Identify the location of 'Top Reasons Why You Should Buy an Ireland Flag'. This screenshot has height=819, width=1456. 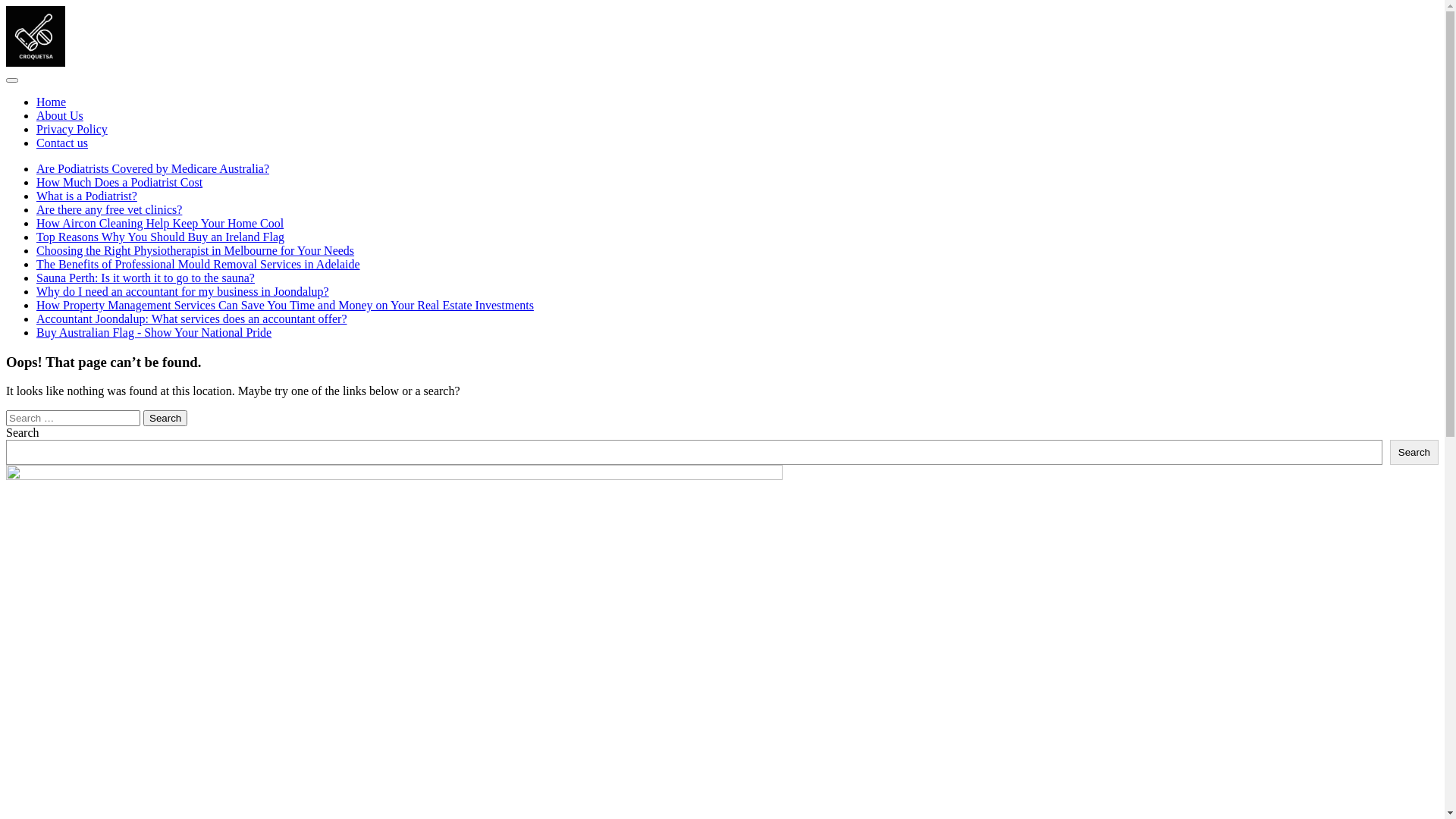
(160, 237).